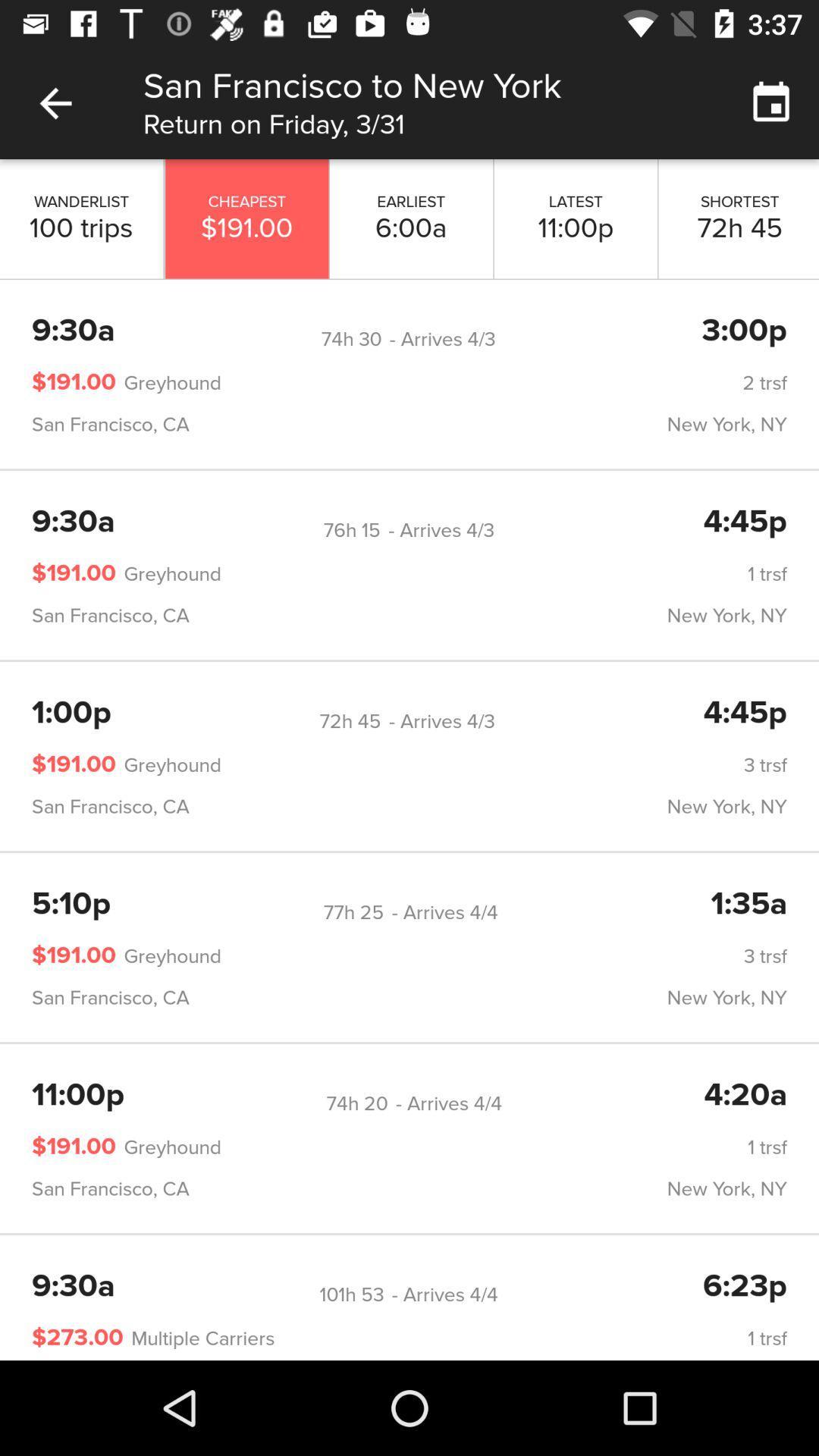 The width and height of the screenshot is (819, 1456). I want to click on icon next to the $273.00 icon, so click(198, 1338).